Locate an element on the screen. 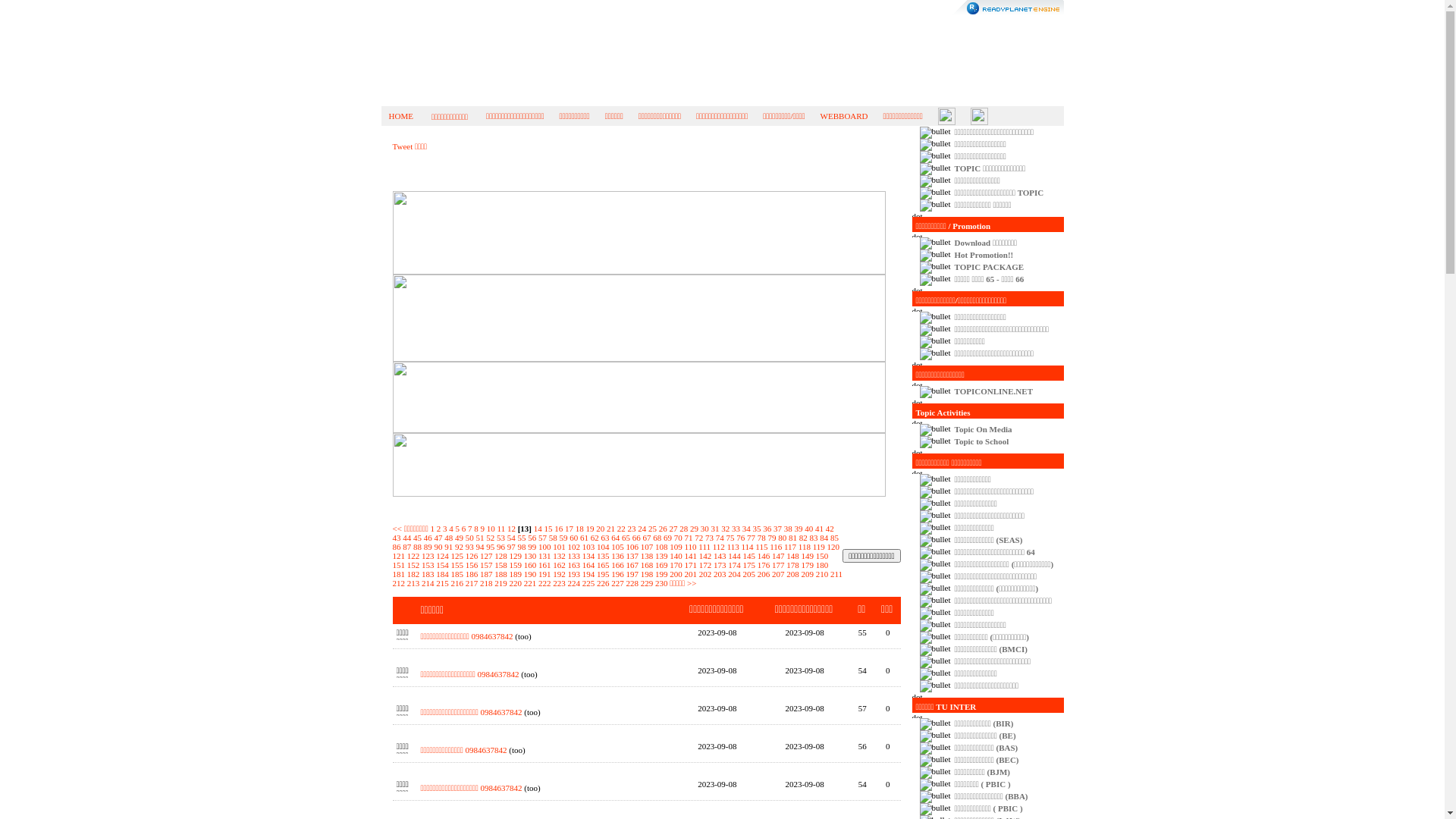 The height and width of the screenshot is (819, 1456). '137' is located at coordinates (632, 555).